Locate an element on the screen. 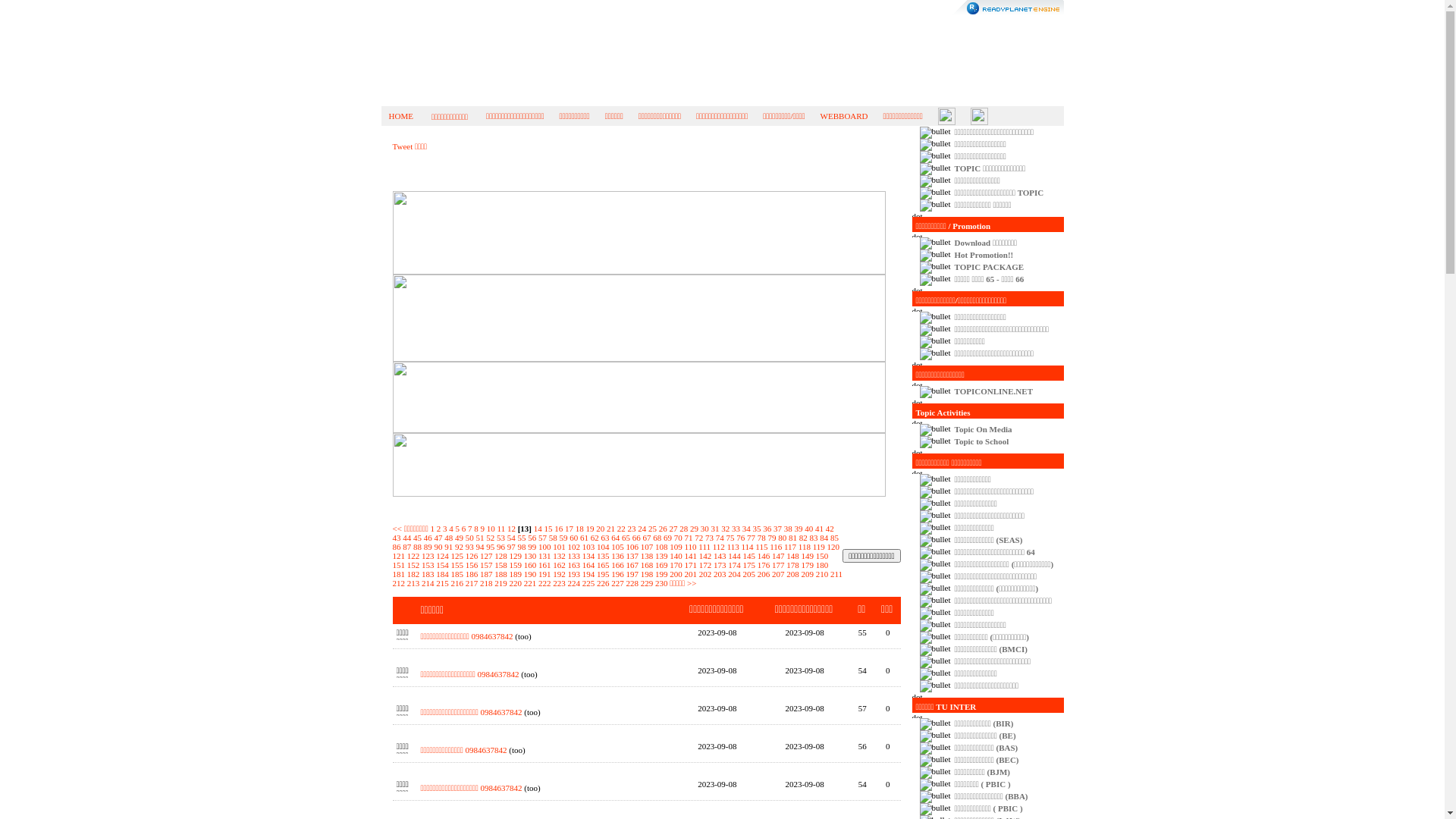 The height and width of the screenshot is (819, 1456). '137' is located at coordinates (632, 555).